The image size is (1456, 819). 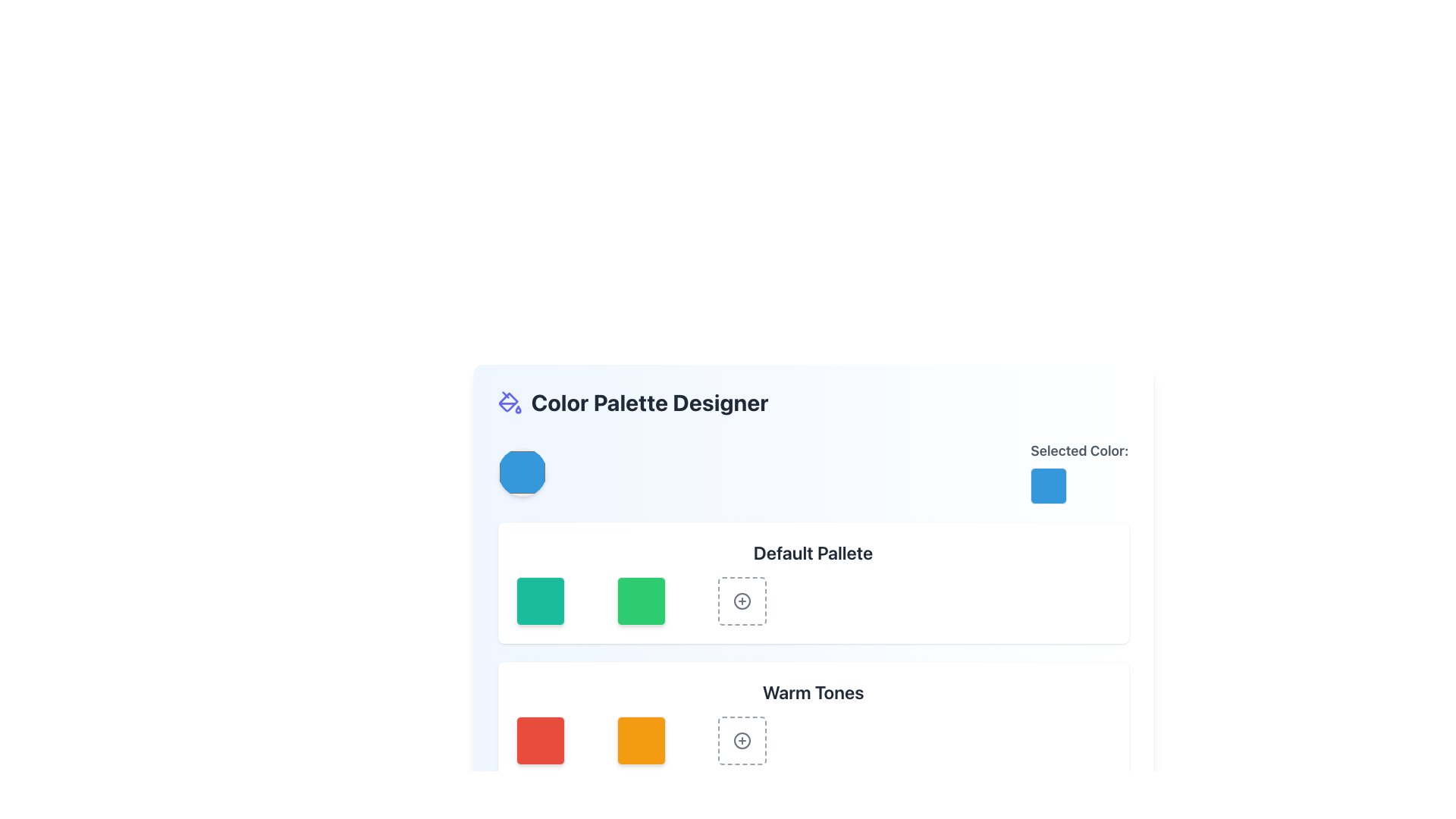 What do you see at coordinates (742, 739) in the screenshot?
I see `the button located in the third column of the second row beneath the 'Warm Tones' label` at bounding box center [742, 739].